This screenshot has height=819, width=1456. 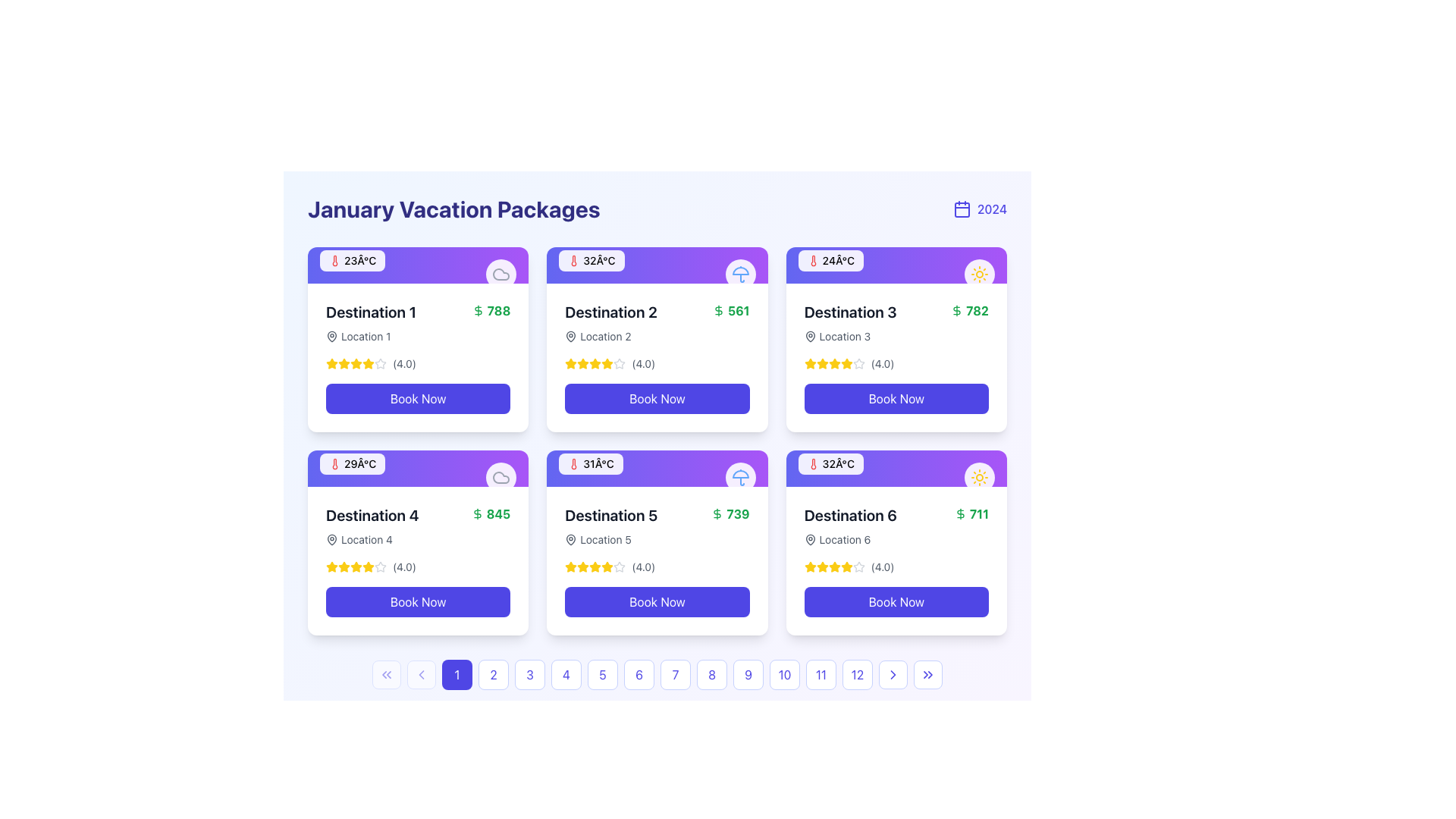 I want to click on text displayed in the Text Label located within the Destination 3 card, which provides geographical location information associated with the destination, so click(x=850, y=335).